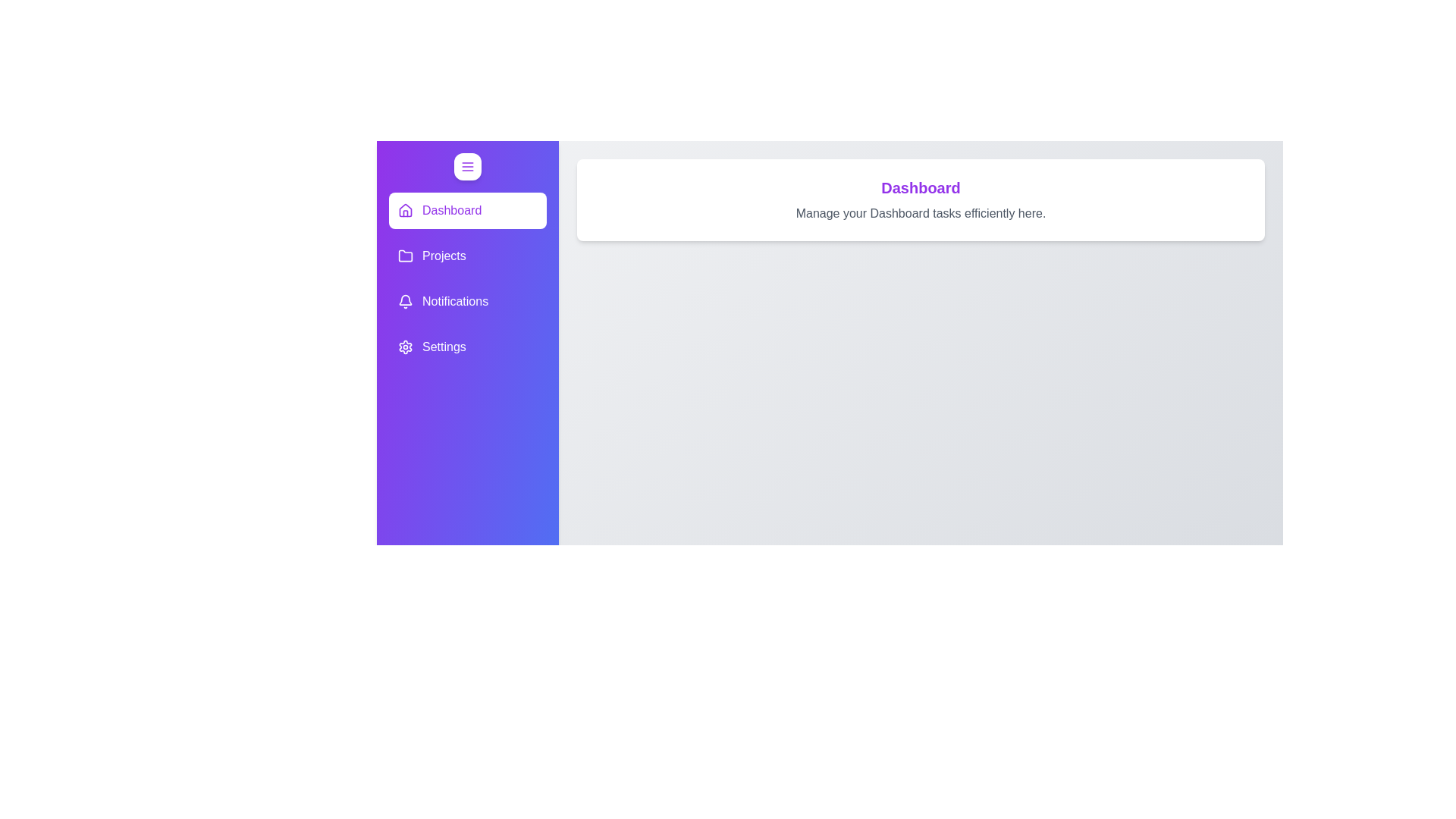 The height and width of the screenshot is (819, 1456). What do you see at coordinates (467, 210) in the screenshot?
I see `the element labeled Dashboard to observe its hover effects` at bounding box center [467, 210].